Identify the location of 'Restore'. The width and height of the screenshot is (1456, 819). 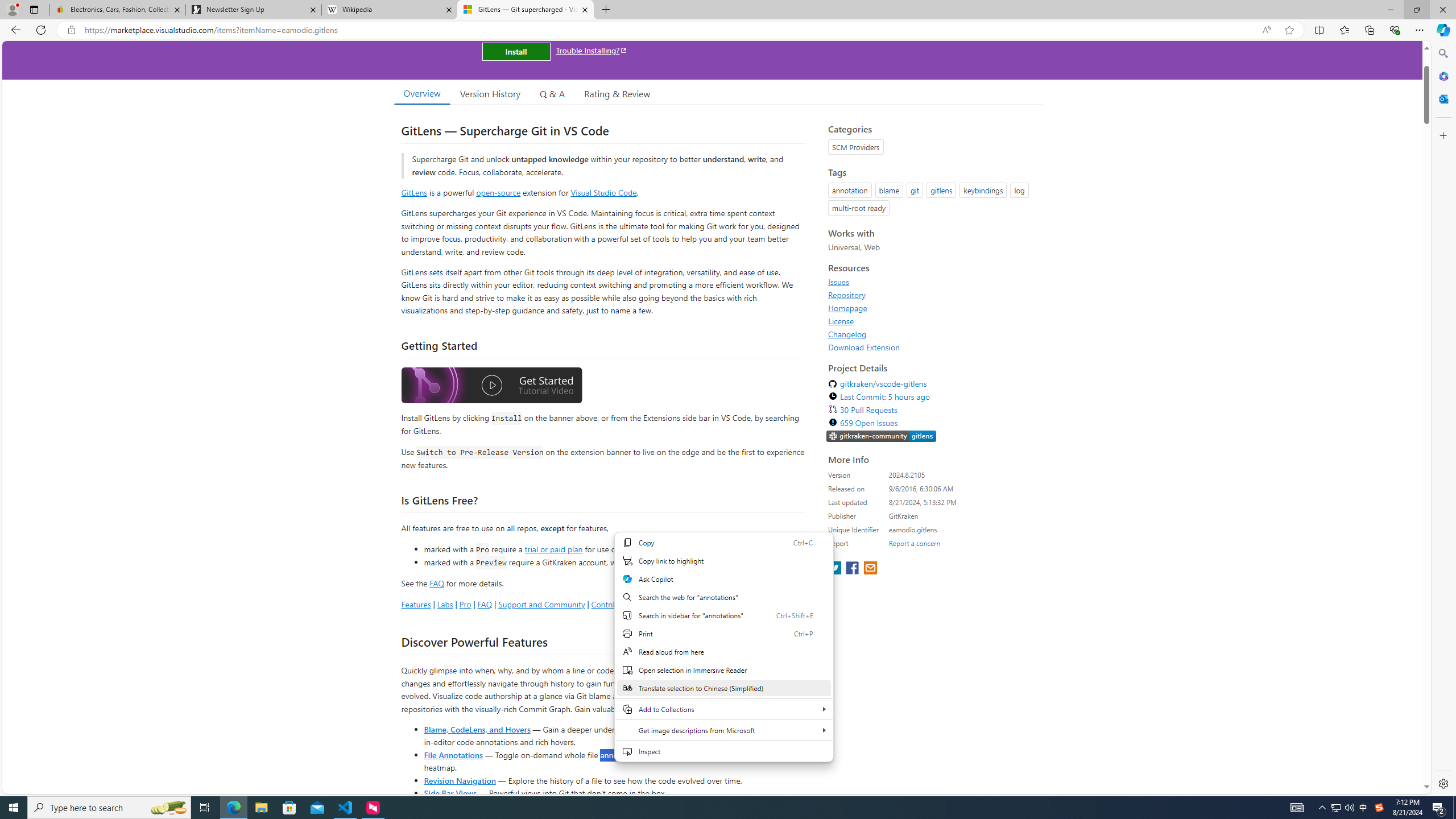
(1416, 9).